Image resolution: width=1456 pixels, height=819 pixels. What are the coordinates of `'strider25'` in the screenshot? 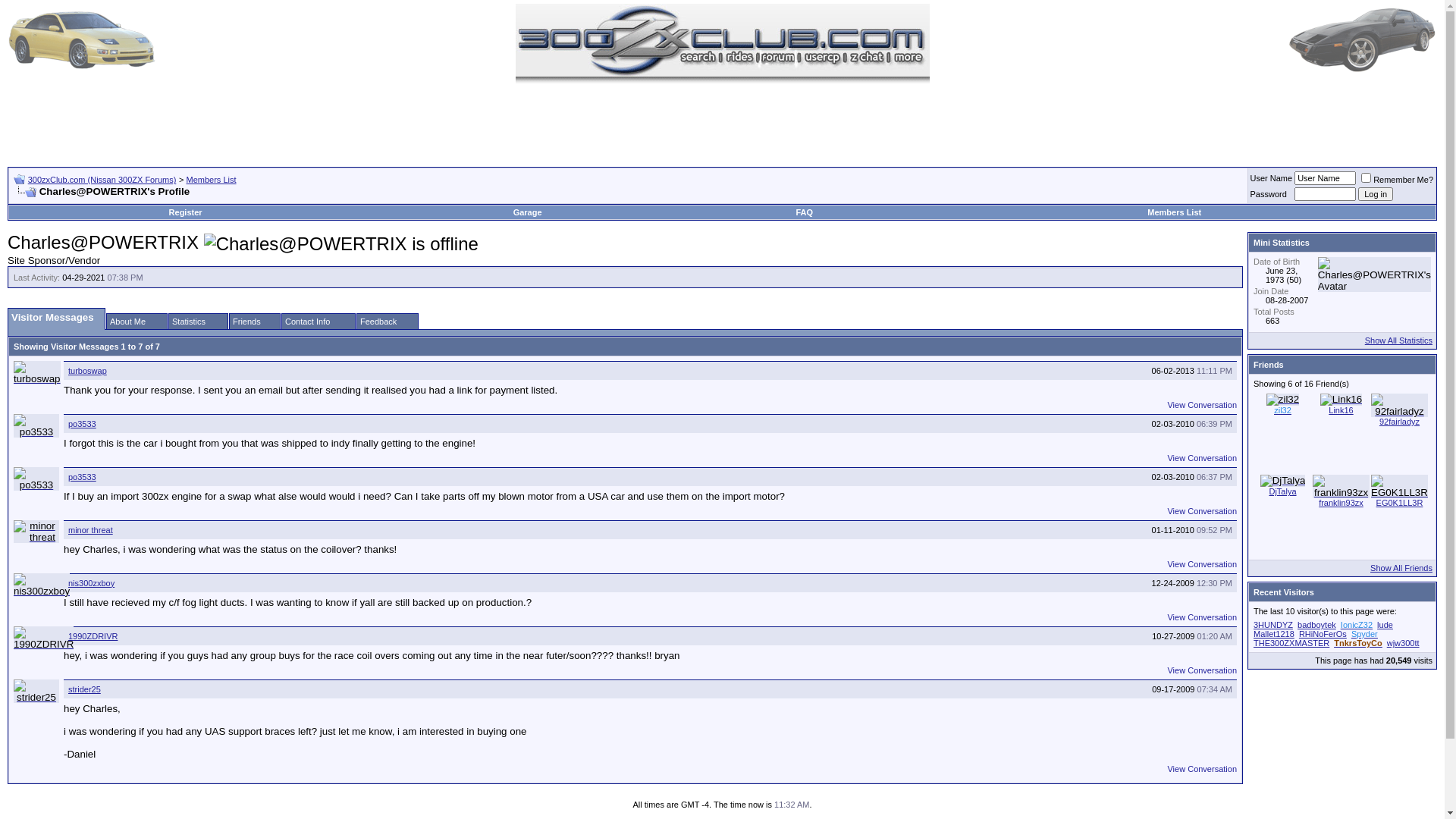 It's located at (67, 689).